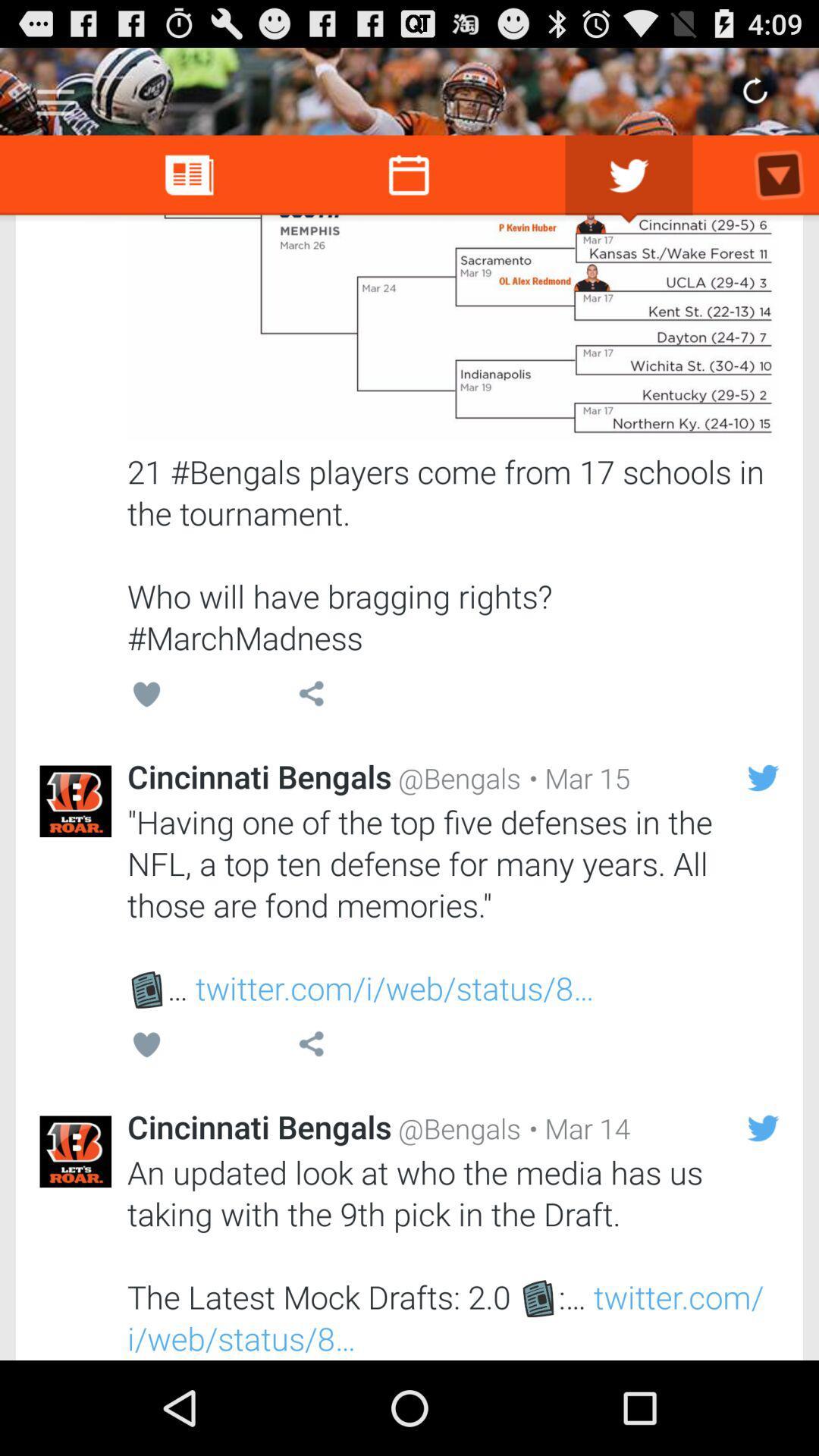 The width and height of the screenshot is (819, 1456). What do you see at coordinates (452, 905) in the screenshot?
I see `the item below the cincinnati bengals item` at bounding box center [452, 905].